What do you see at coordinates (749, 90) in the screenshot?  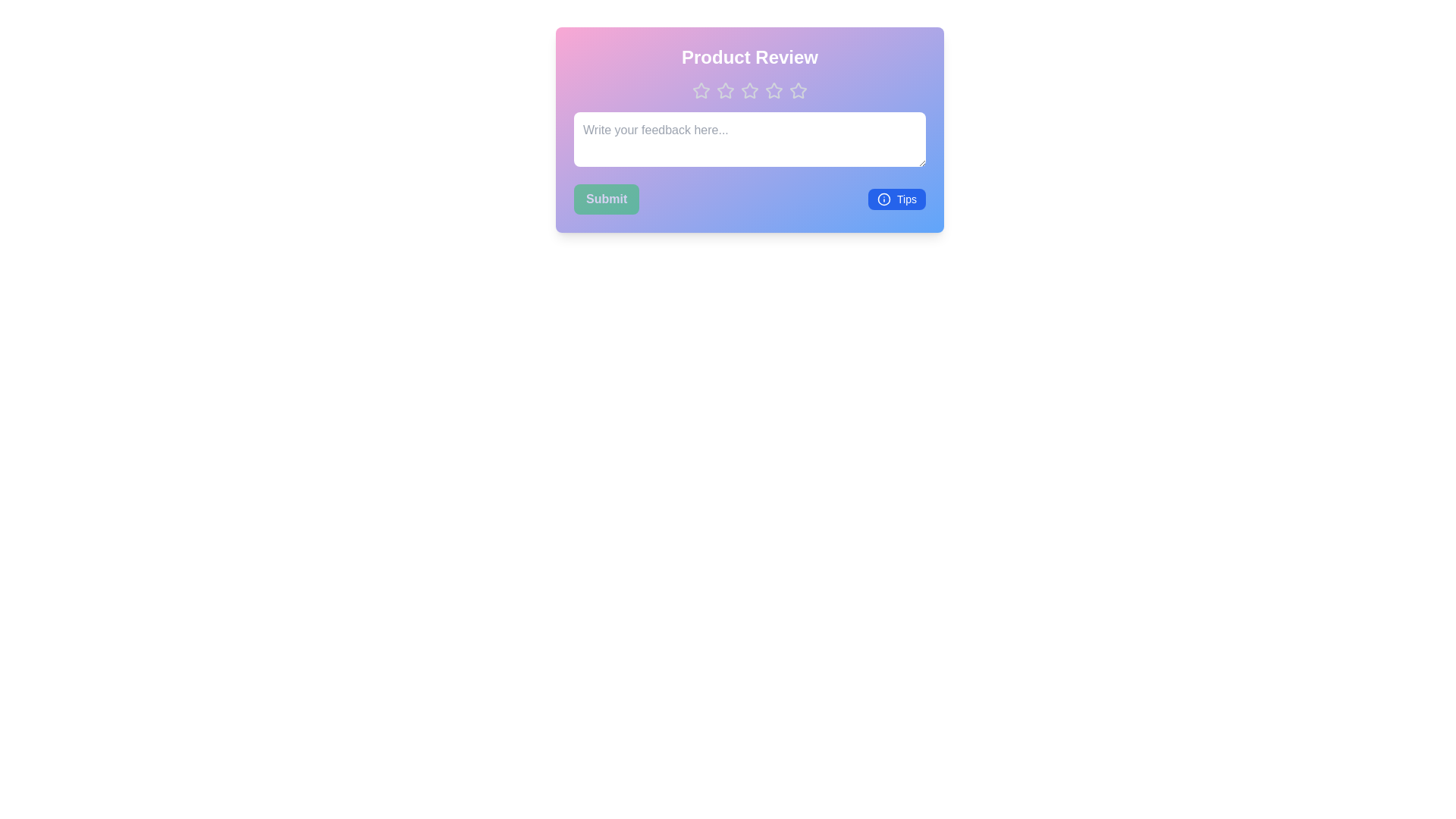 I see `the star corresponding to 3 stars to set the rating` at bounding box center [749, 90].